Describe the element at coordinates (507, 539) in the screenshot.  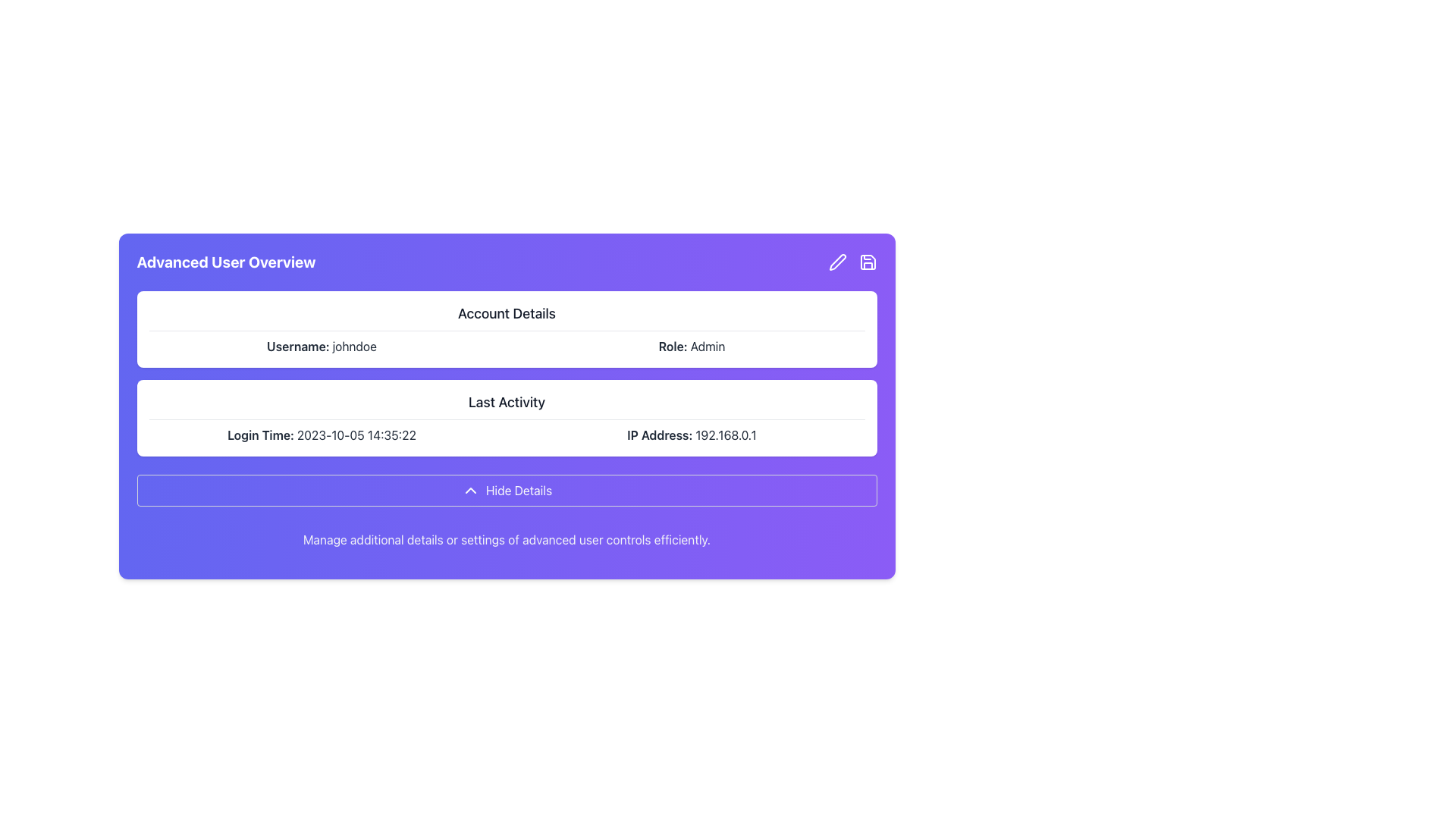
I see `the Informational Text located below the 'Hide Details' button in the 'Advanced User Overview' section` at that location.